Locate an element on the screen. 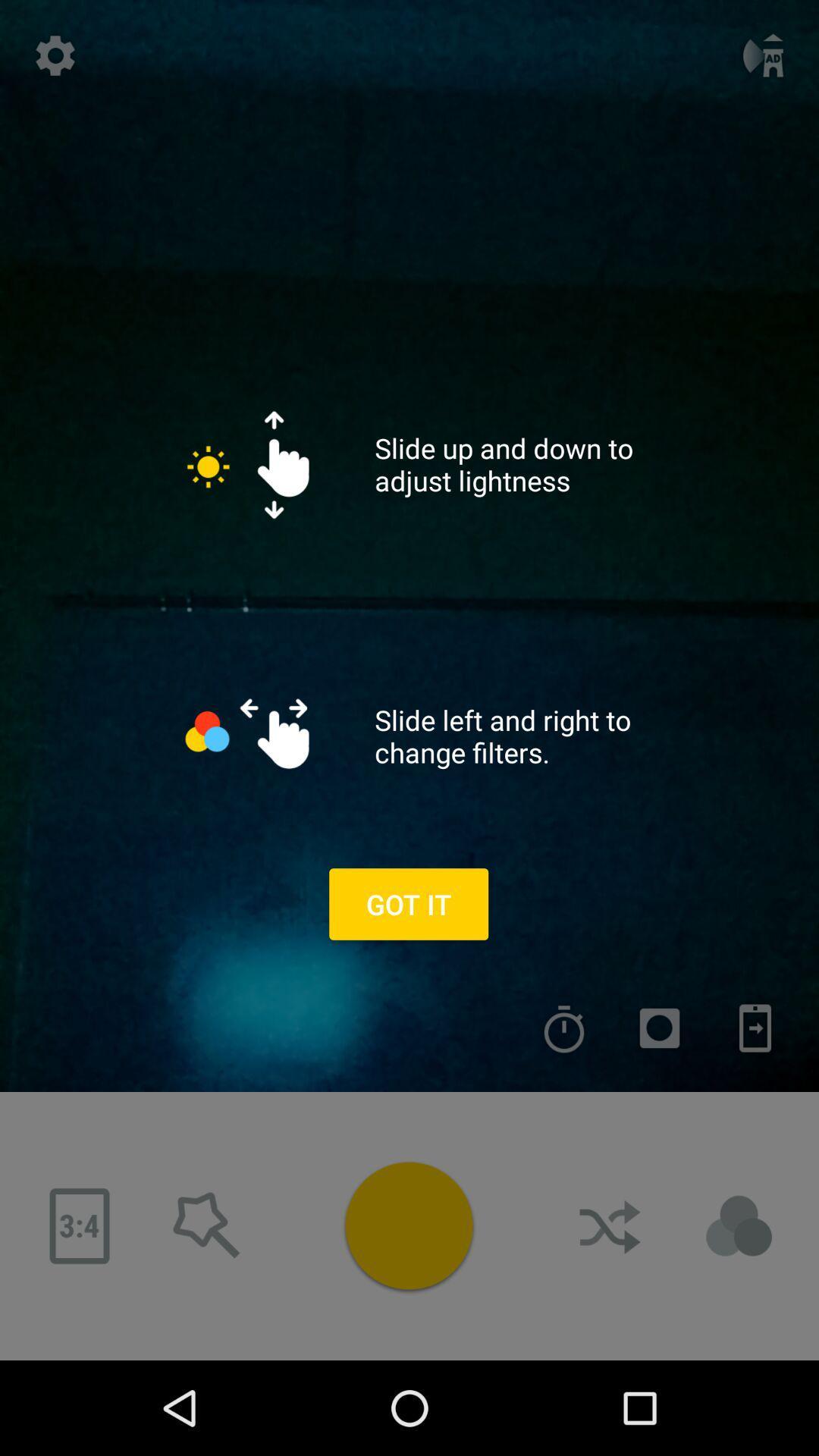  the photo icon is located at coordinates (659, 1028).